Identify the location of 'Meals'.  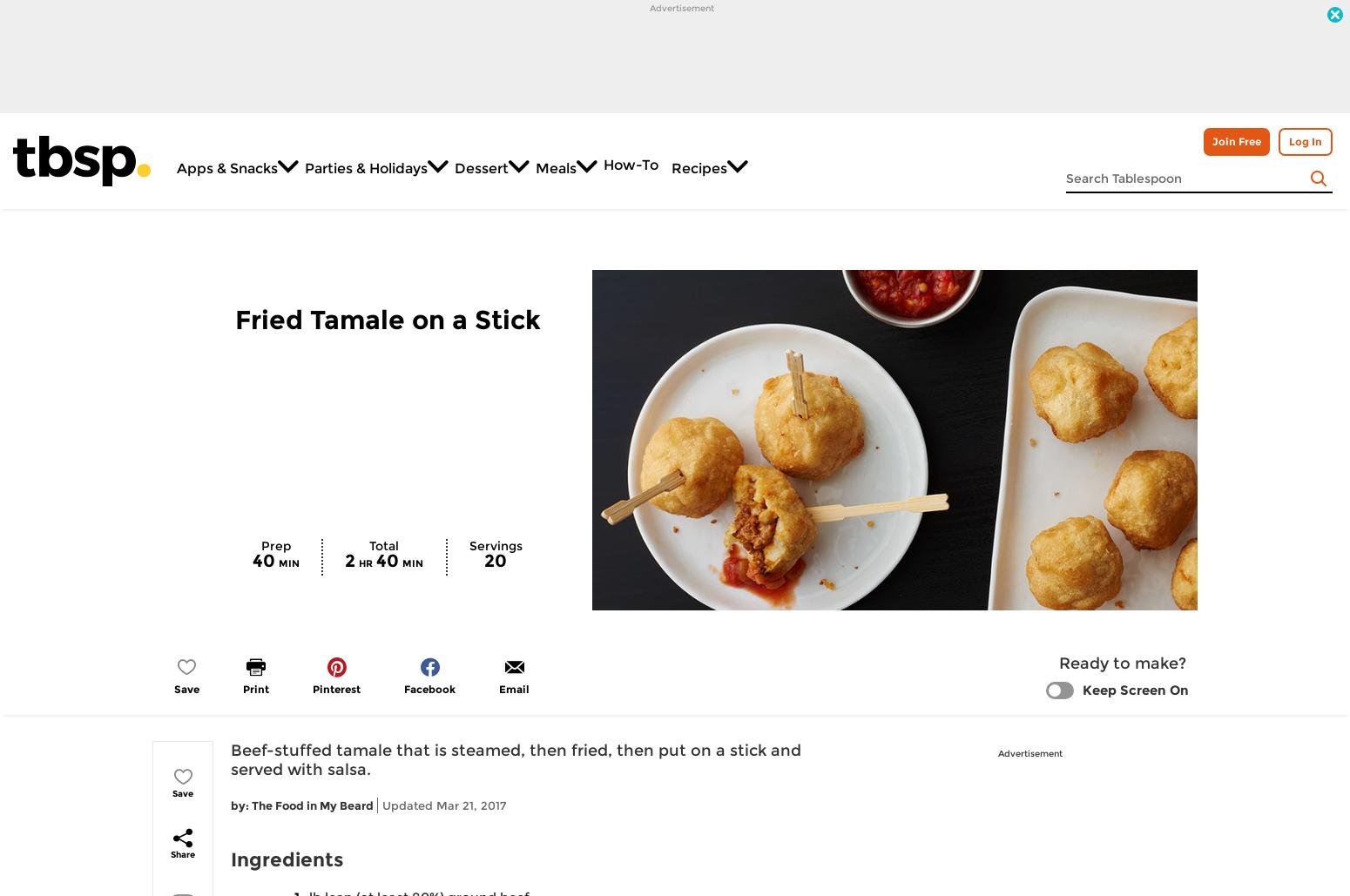
(563, 160).